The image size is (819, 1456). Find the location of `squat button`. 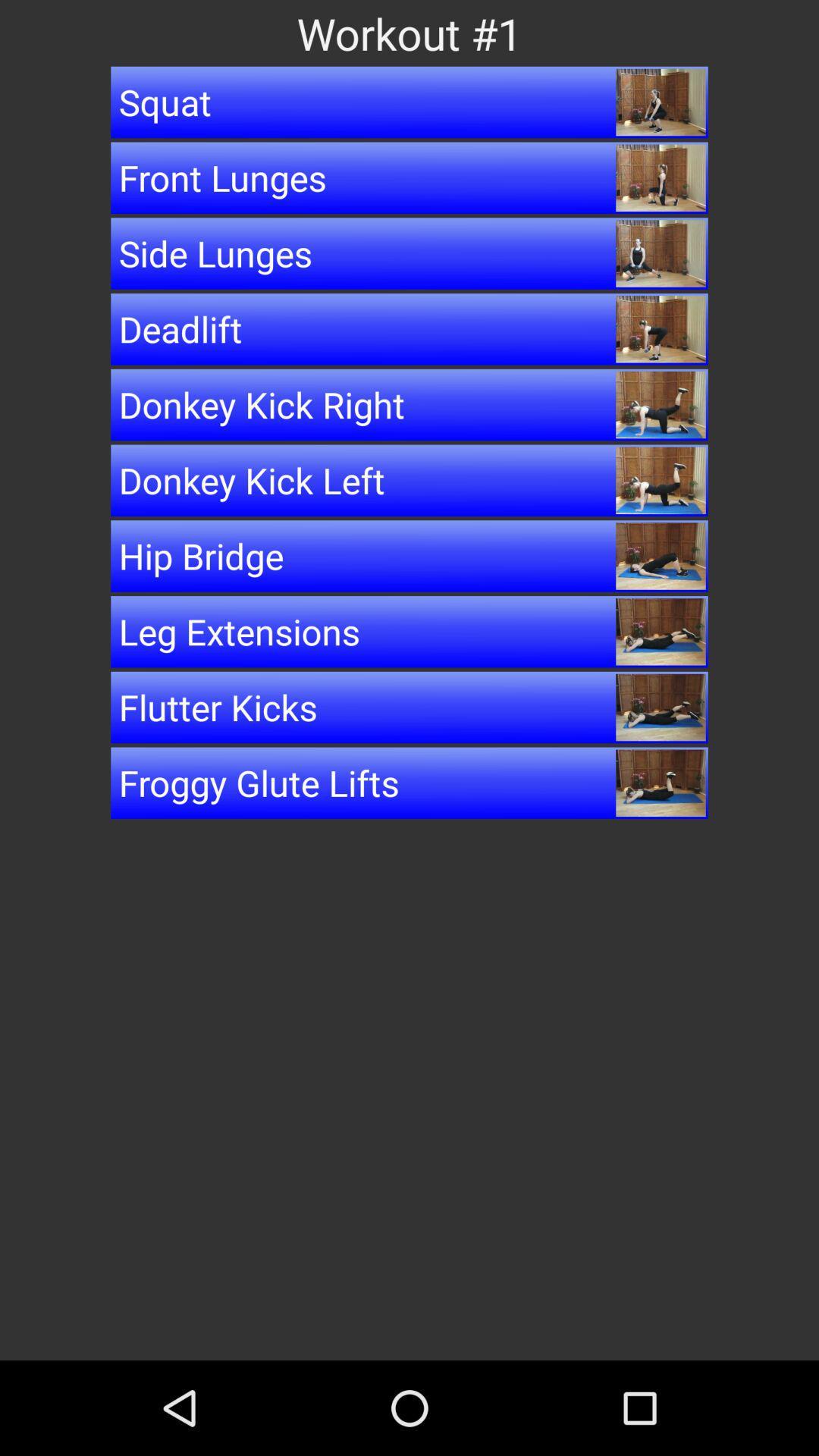

squat button is located at coordinates (409, 101).